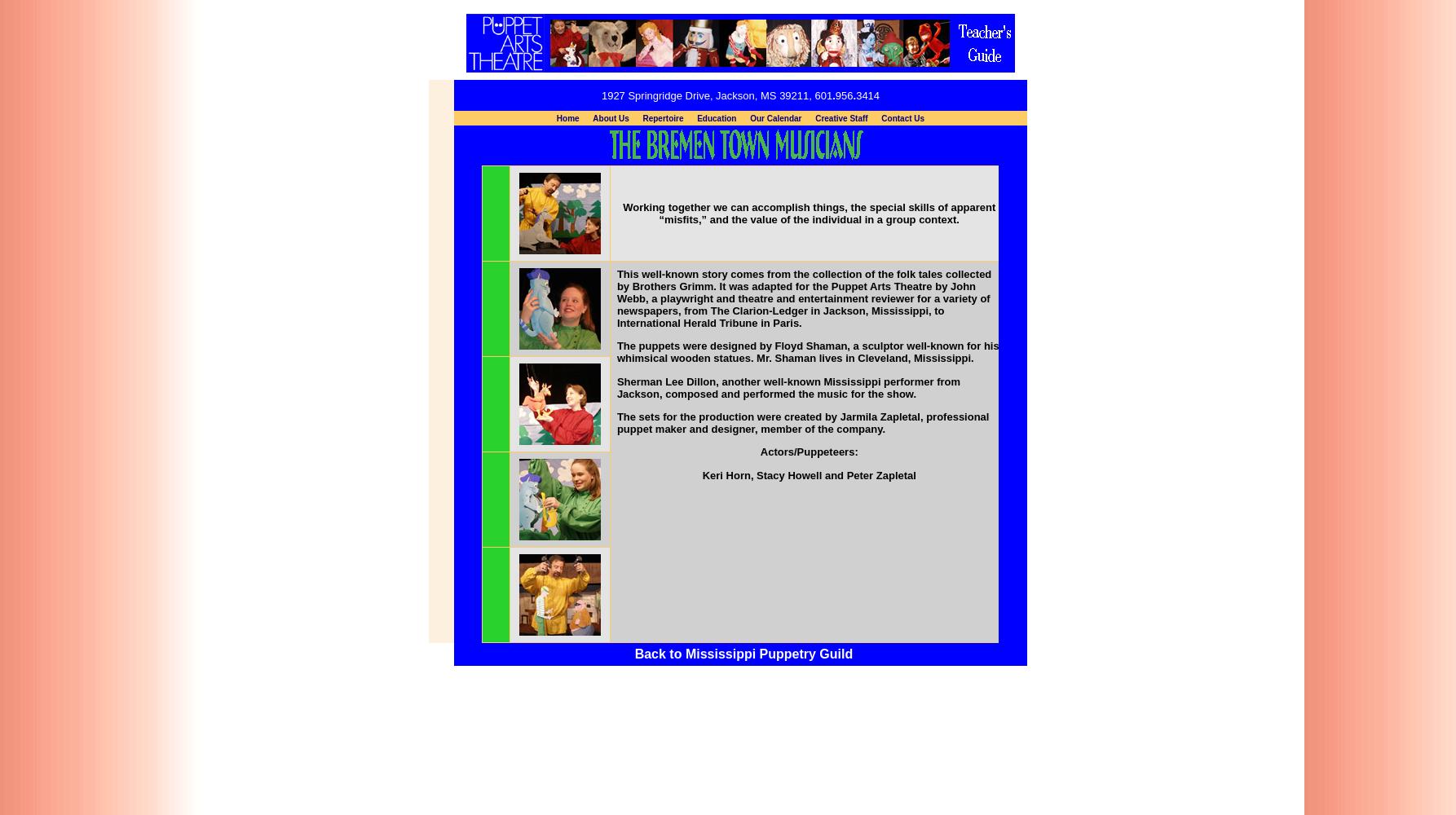  Describe the element at coordinates (809, 214) in the screenshot. I see `'Working together we can accomplish things, the special skills of apparent “misfits,” and the value of the individual in a group context.'` at that location.